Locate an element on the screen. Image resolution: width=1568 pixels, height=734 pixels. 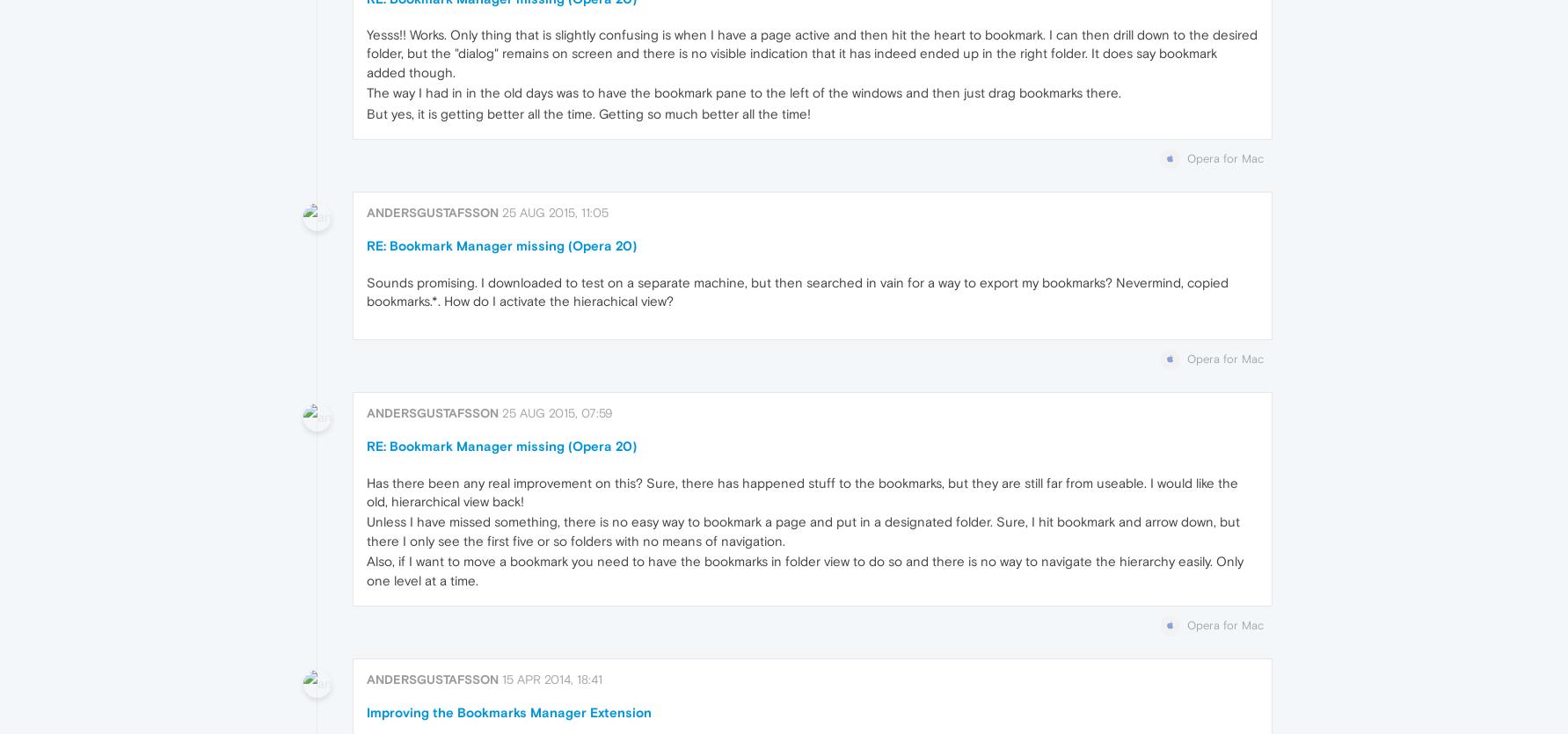
'Also, if I want to move a bookmark you need to have the bookmarks in folder view to do so and there is no way to navigate the hierarchy easily. Only one level at a time.' is located at coordinates (803, 569).